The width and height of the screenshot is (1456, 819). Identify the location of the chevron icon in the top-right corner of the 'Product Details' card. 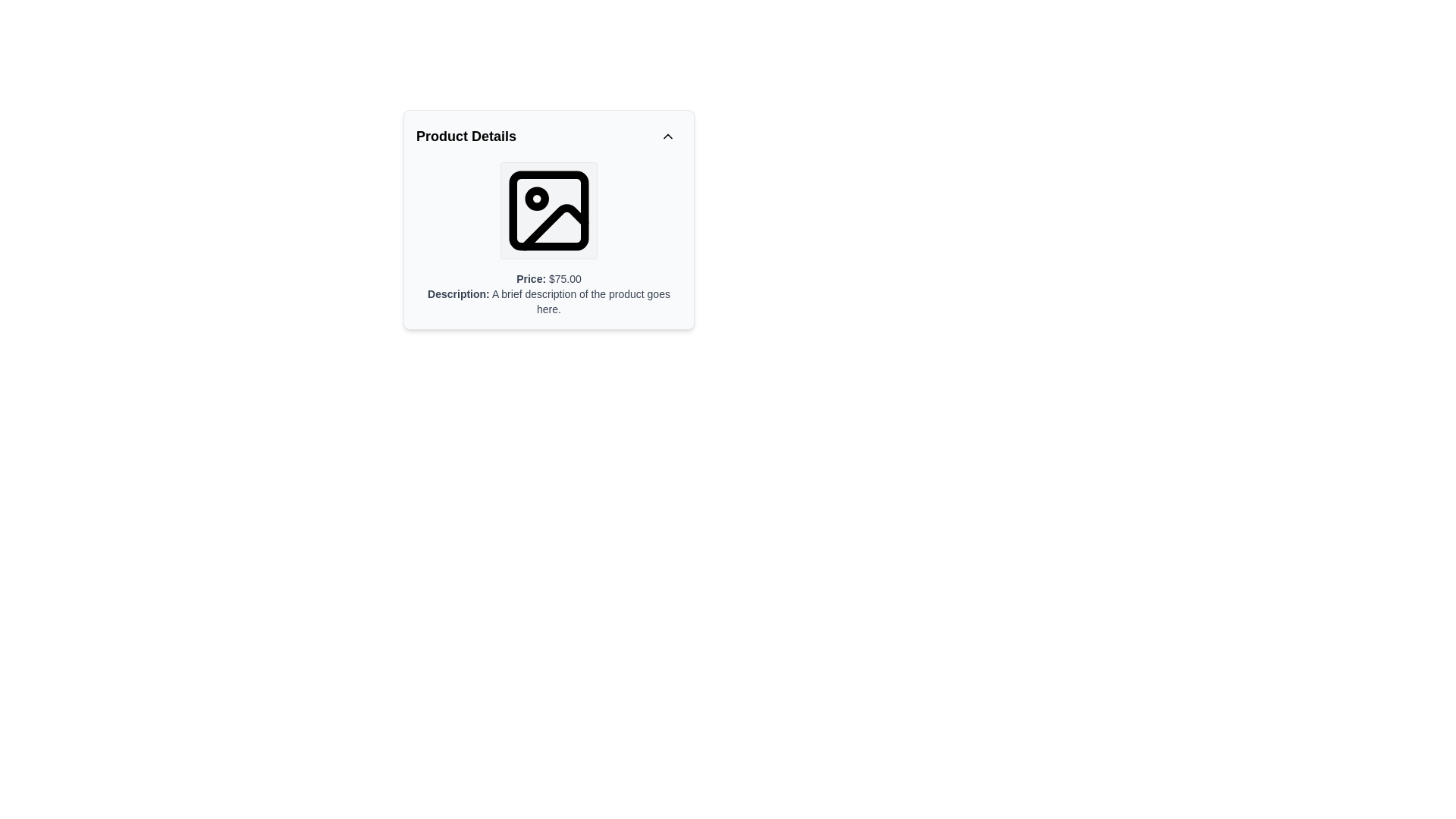
(667, 136).